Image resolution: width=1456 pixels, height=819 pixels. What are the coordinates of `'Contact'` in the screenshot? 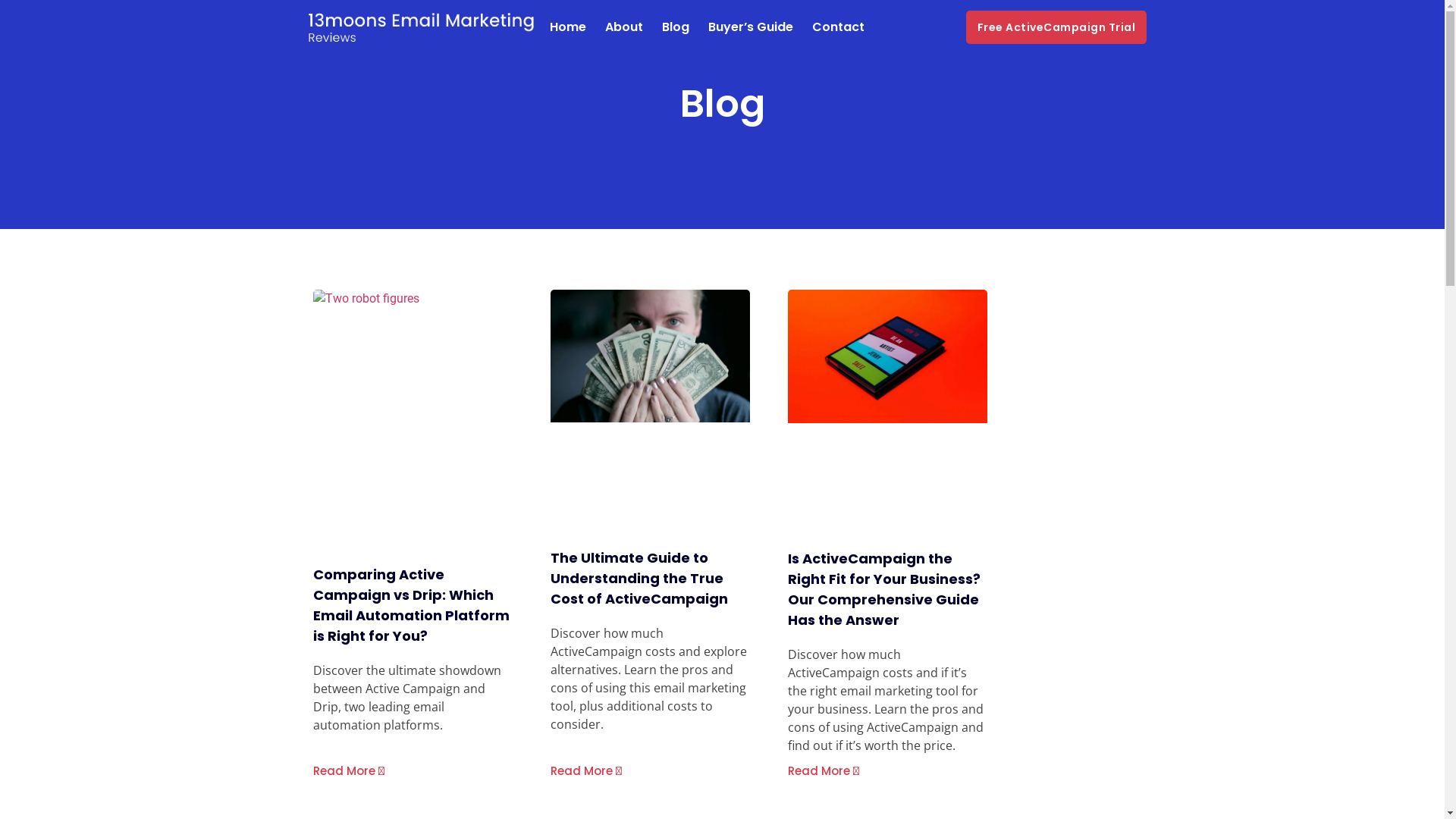 It's located at (836, 27).